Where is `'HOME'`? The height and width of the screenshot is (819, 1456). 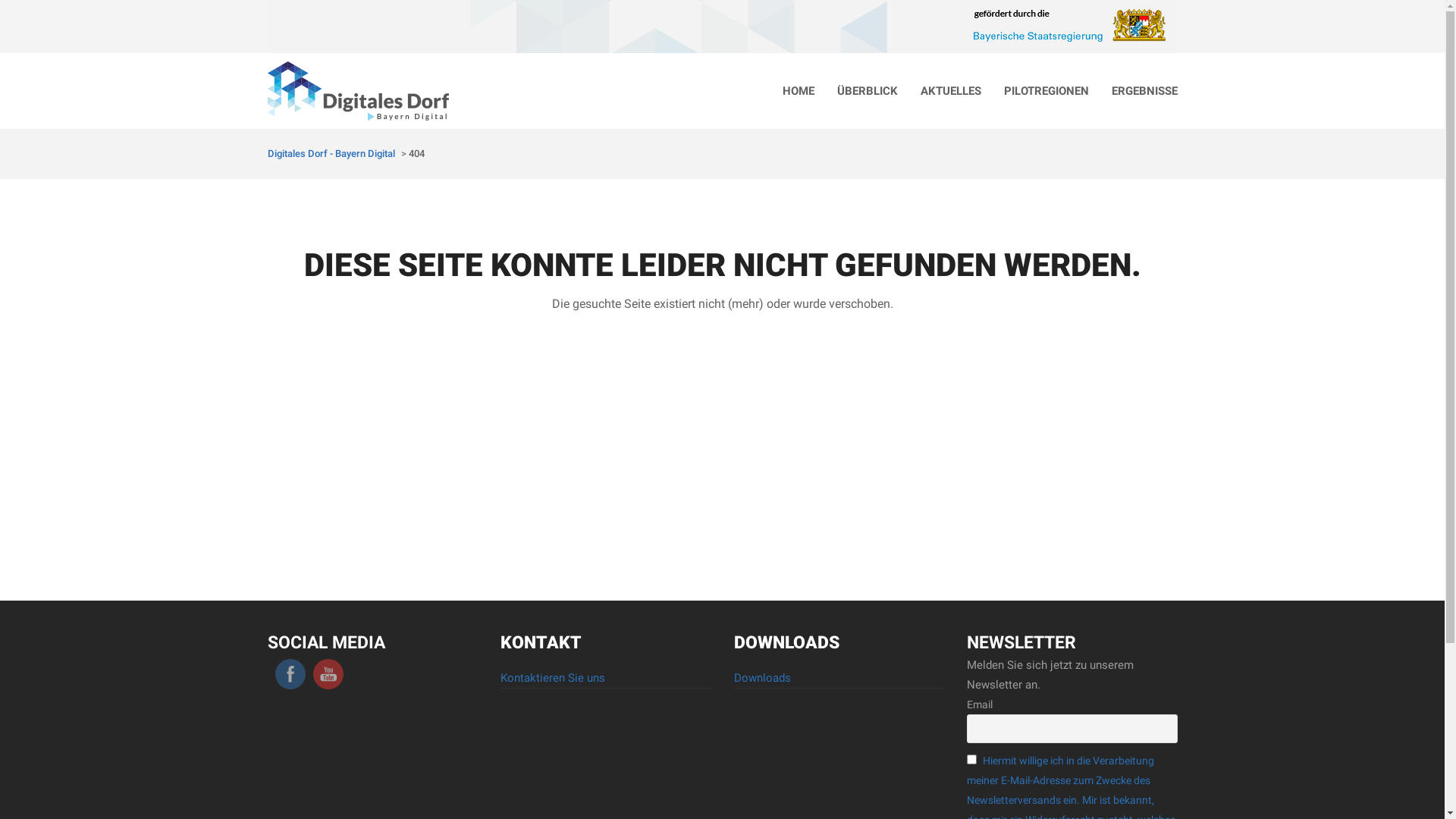
'HOME' is located at coordinates (770, 90).